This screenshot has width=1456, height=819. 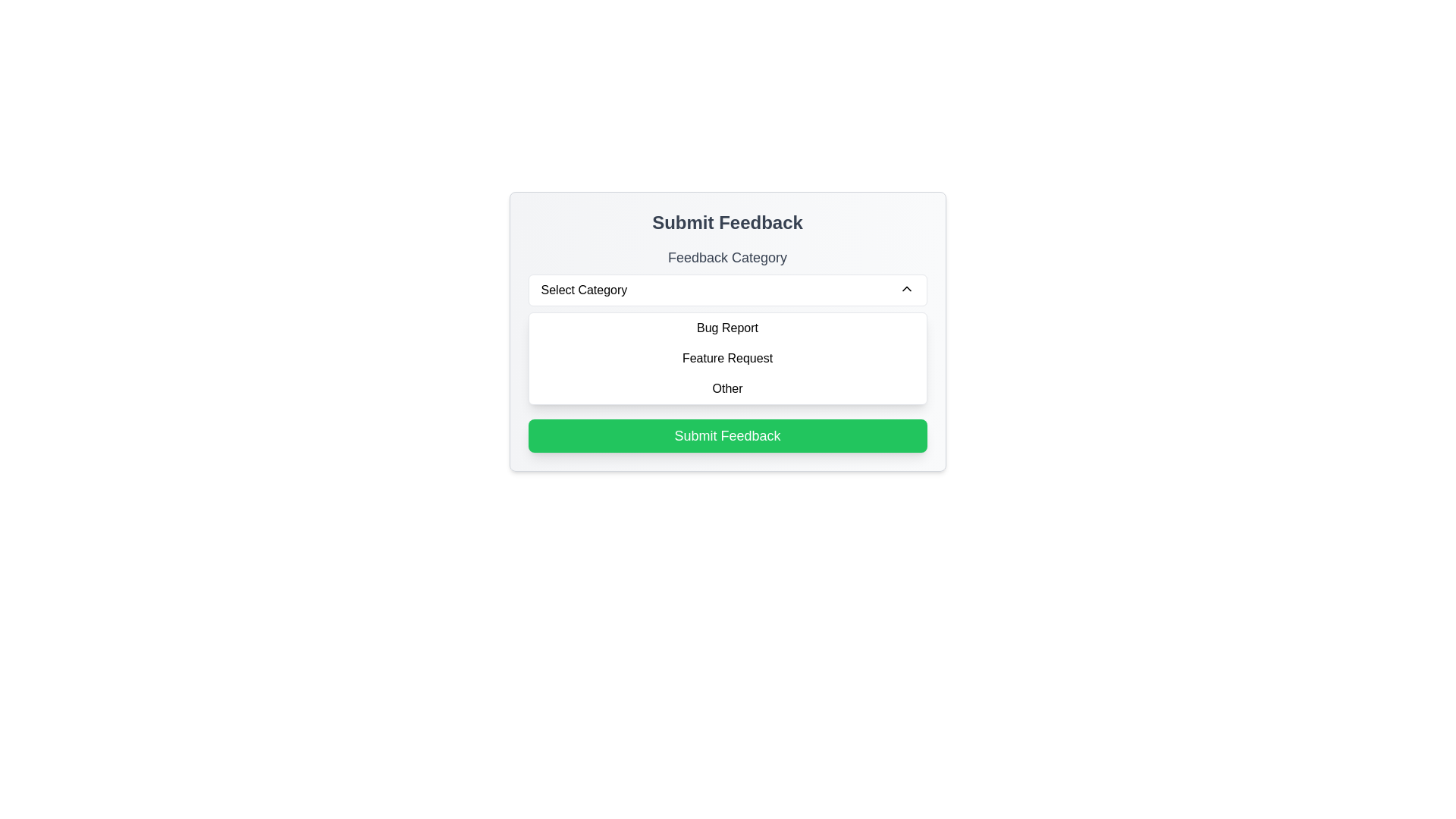 What do you see at coordinates (726, 256) in the screenshot?
I see `the 'Feedback Category' text label element, which is a medium gray text label aligned as a block format, positioned below the 'Submit Feedback' heading` at bounding box center [726, 256].